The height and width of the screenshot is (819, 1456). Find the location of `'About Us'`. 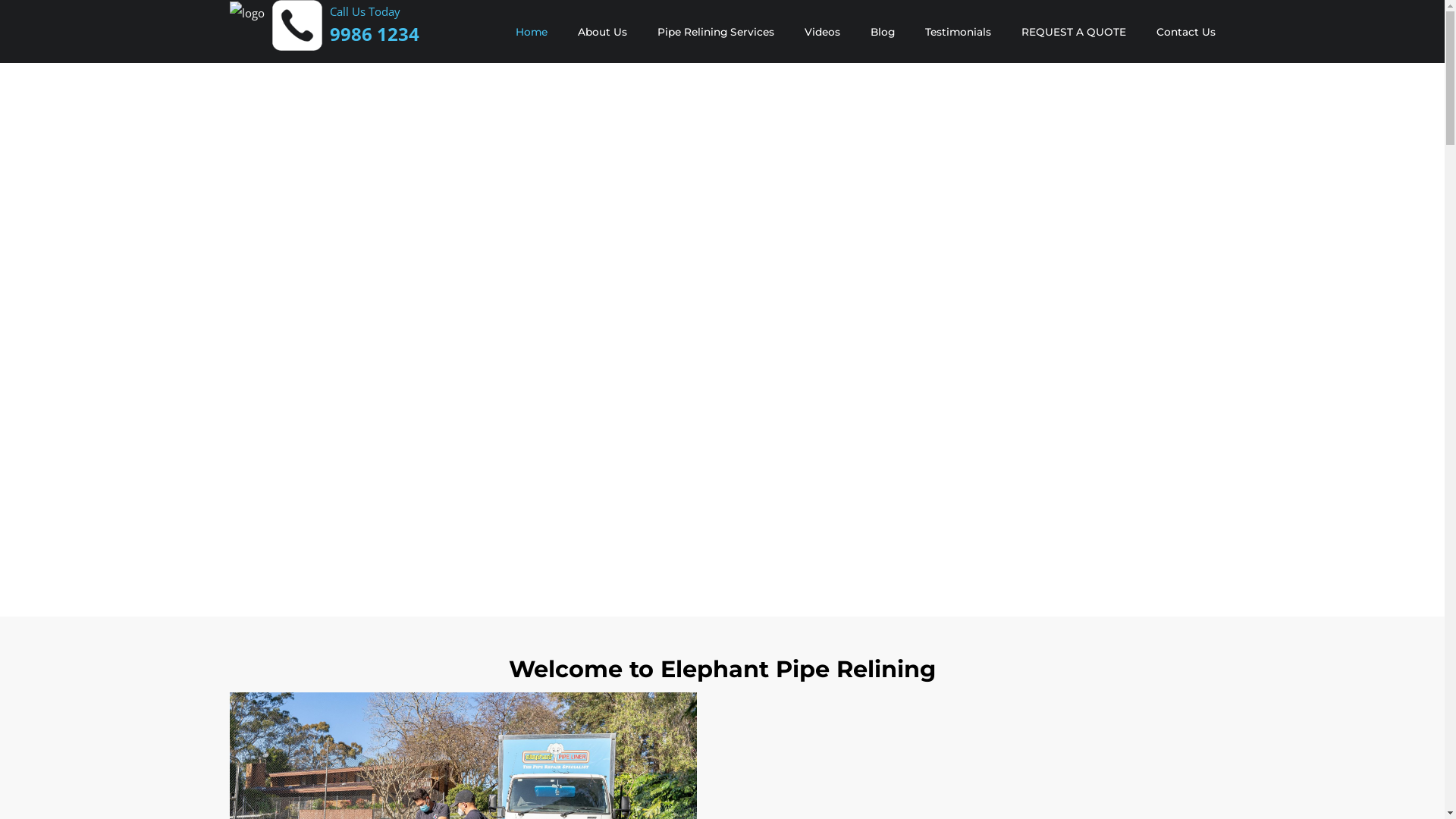

'About Us' is located at coordinates (601, 32).